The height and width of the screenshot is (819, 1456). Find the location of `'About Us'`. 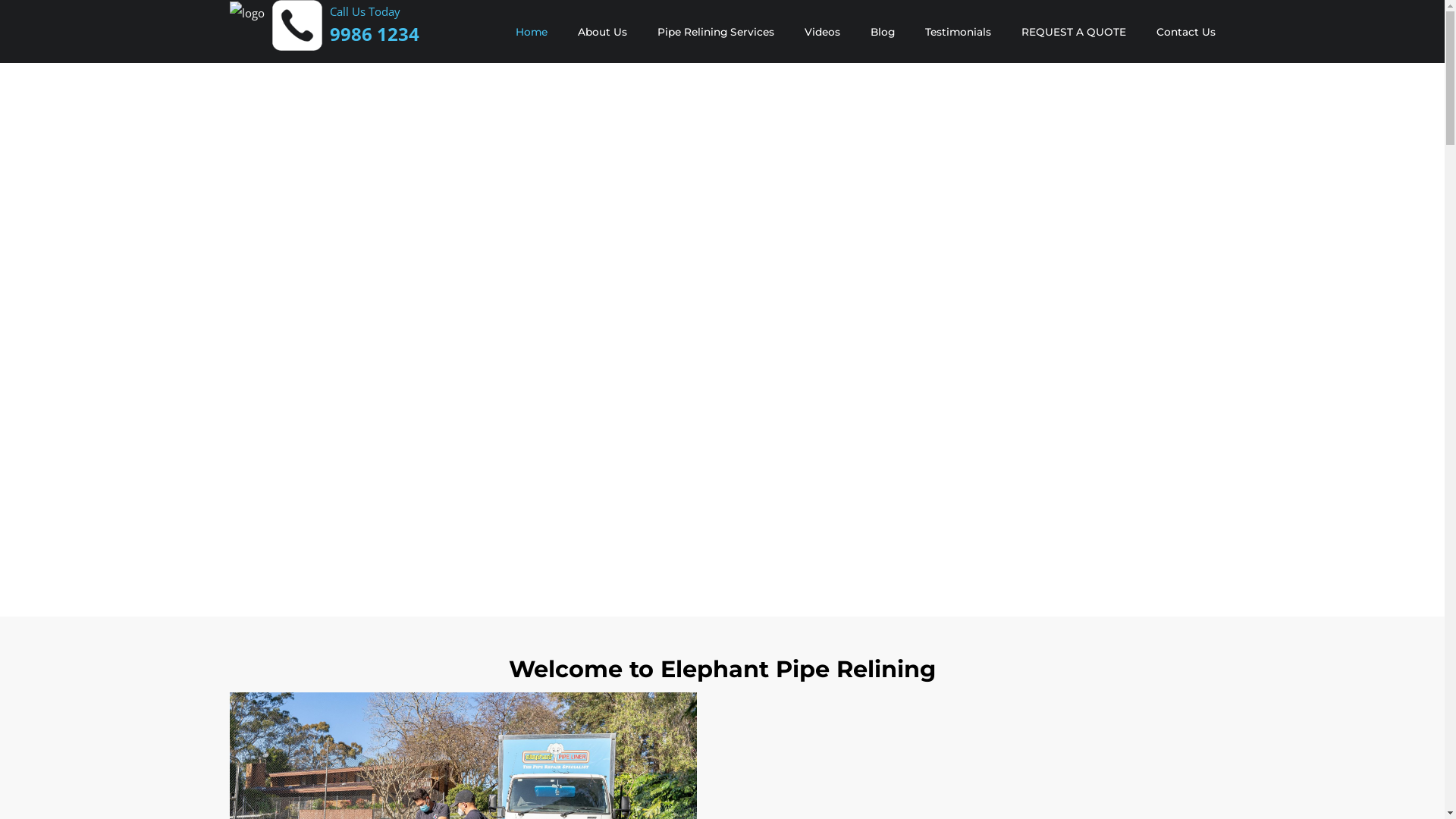

'About Us' is located at coordinates (601, 32).